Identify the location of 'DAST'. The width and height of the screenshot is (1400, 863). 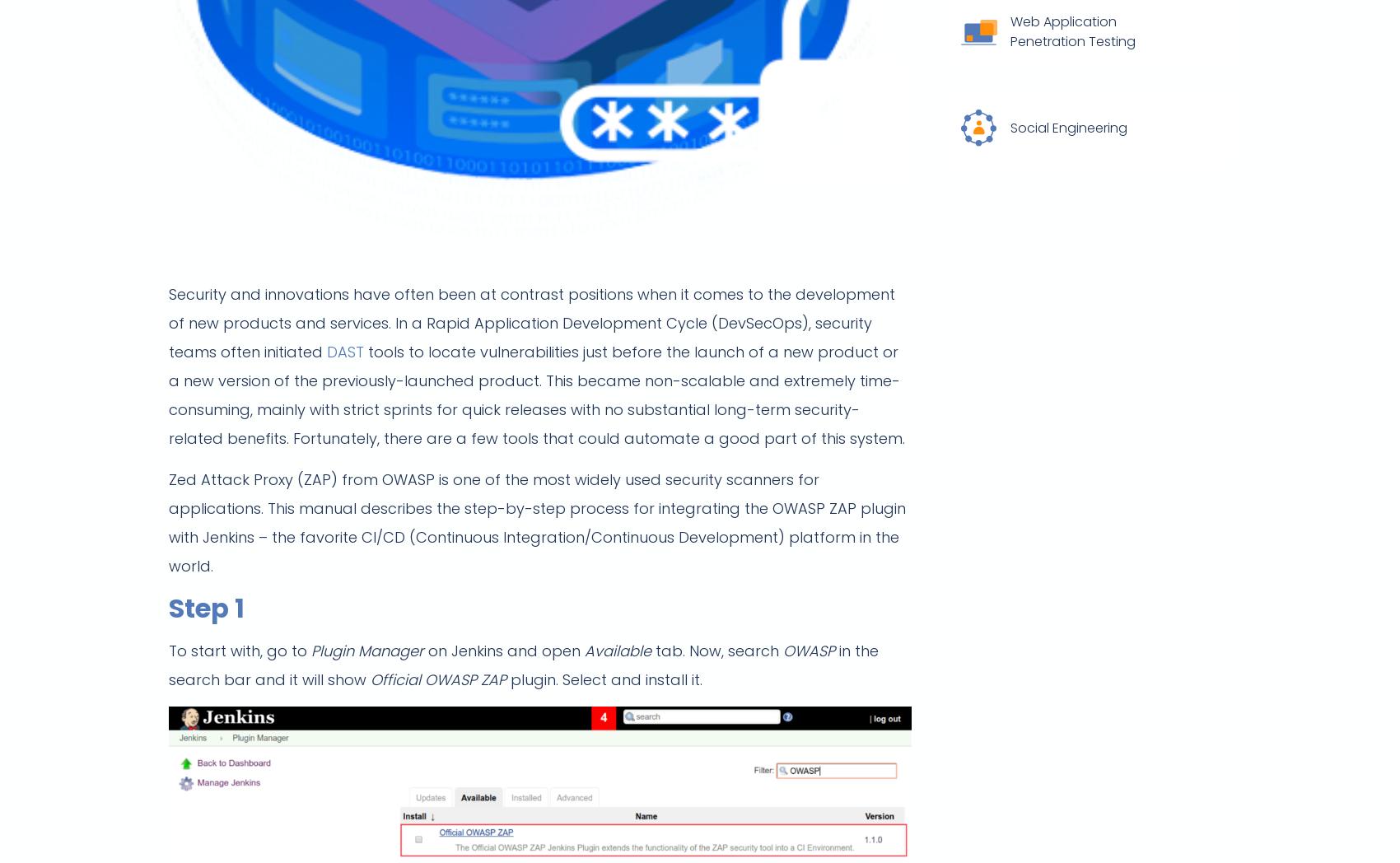
(344, 351).